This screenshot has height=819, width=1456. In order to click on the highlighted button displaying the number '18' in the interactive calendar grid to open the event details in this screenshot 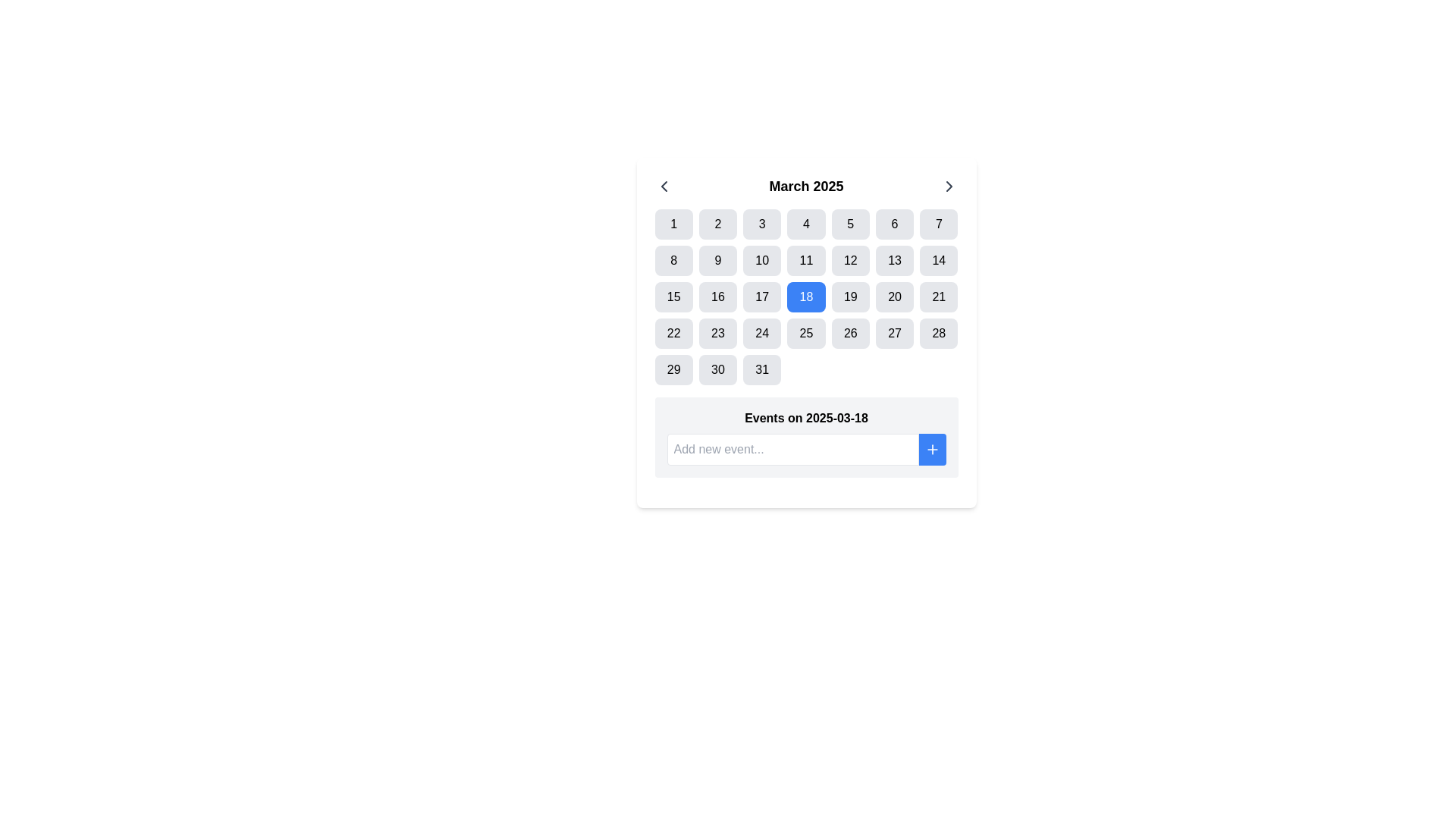, I will do `click(805, 297)`.